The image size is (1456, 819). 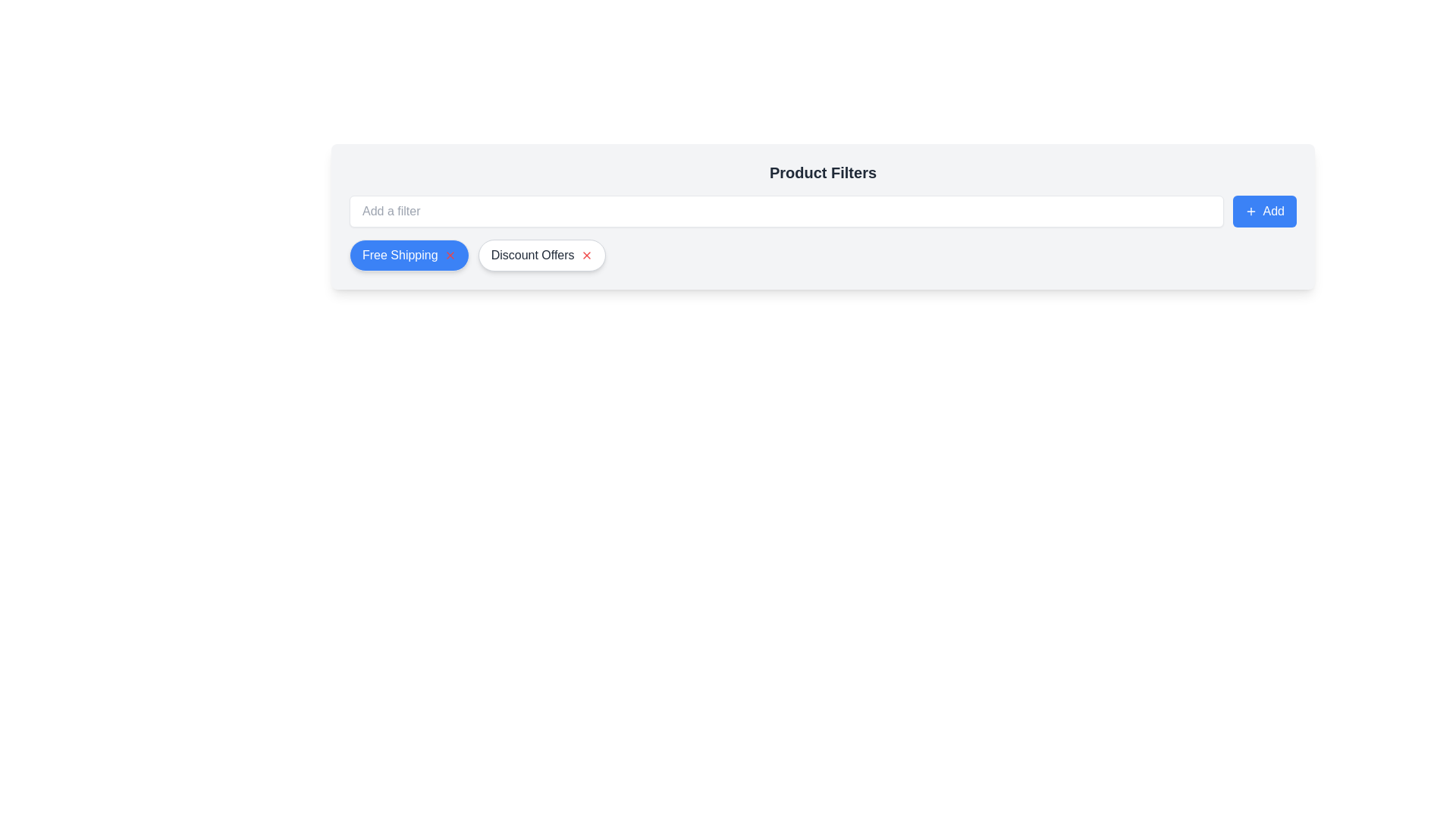 What do you see at coordinates (541, 254) in the screenshot?
I see `the 'Discount Offers' button with a close icon, which is the second button in the sequence within the 'Product Filters' section` at bounding box center [541, 254].